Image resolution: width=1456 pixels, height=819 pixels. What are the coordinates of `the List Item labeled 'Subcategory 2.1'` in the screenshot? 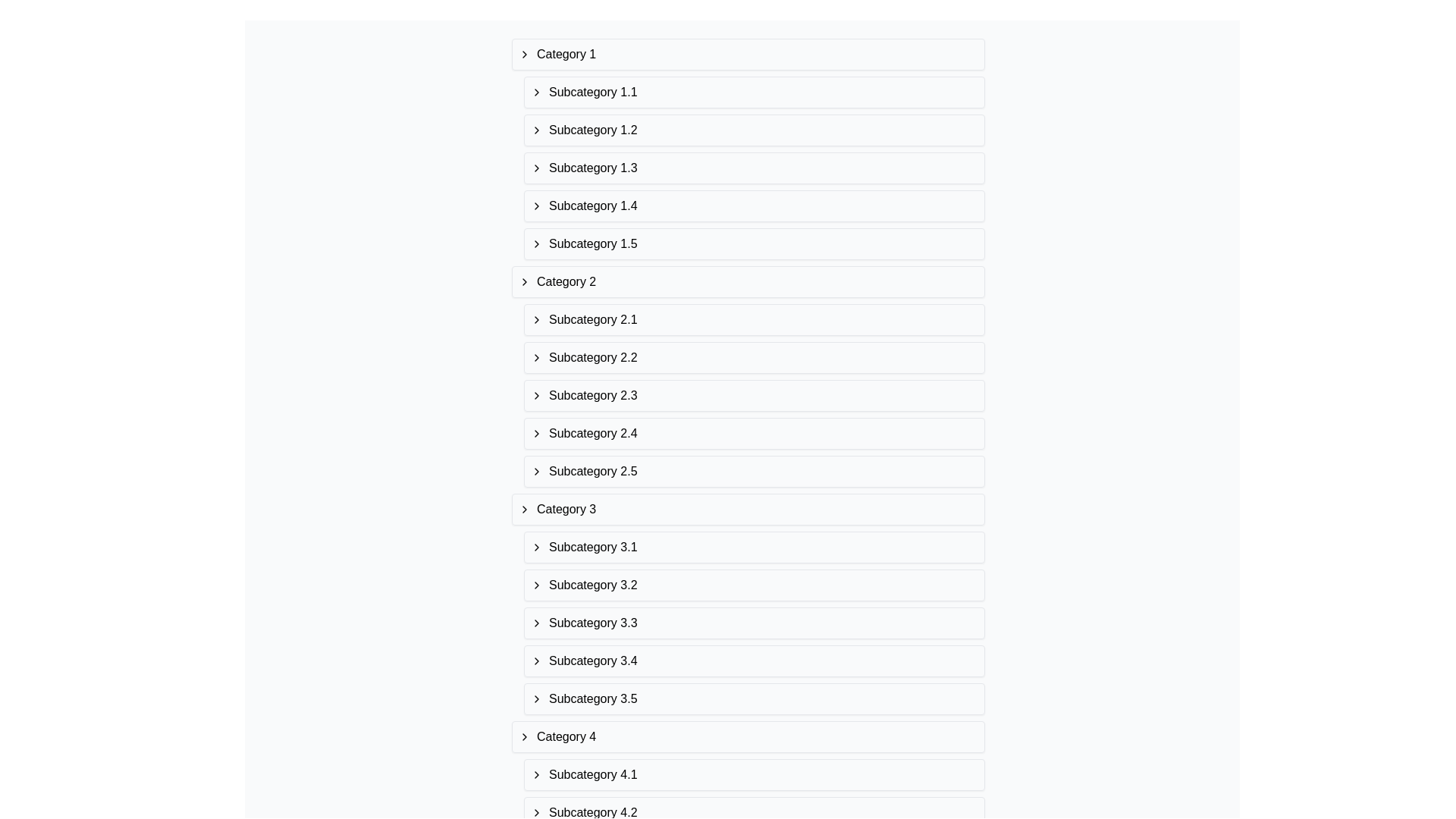 It's located at (754, 318).